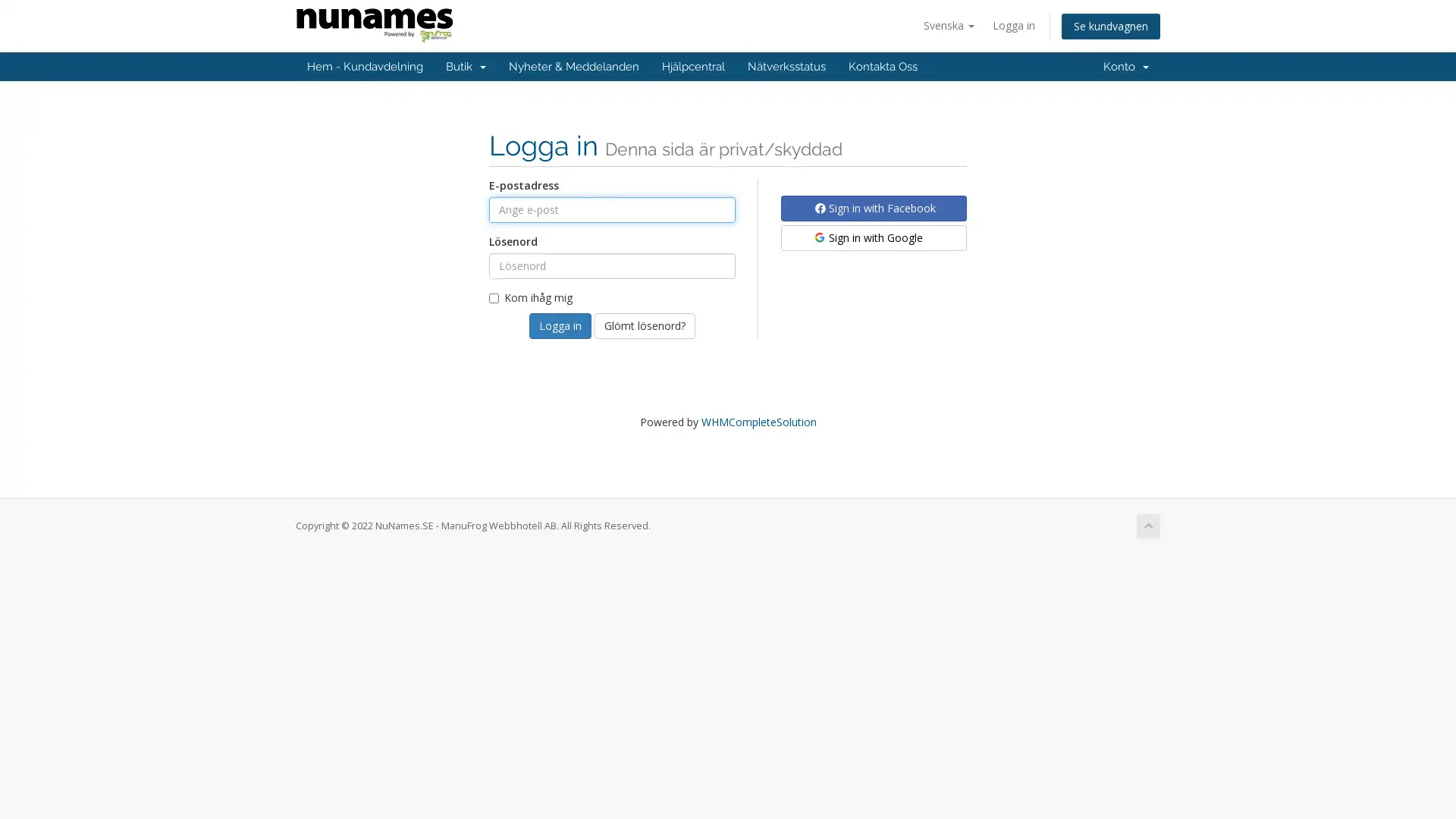 The width and height of the screenshot is (1456, 819). Describe the element at coordinates (874, 207) in the screenshot. I see `Sign in with Facebook` at that location.